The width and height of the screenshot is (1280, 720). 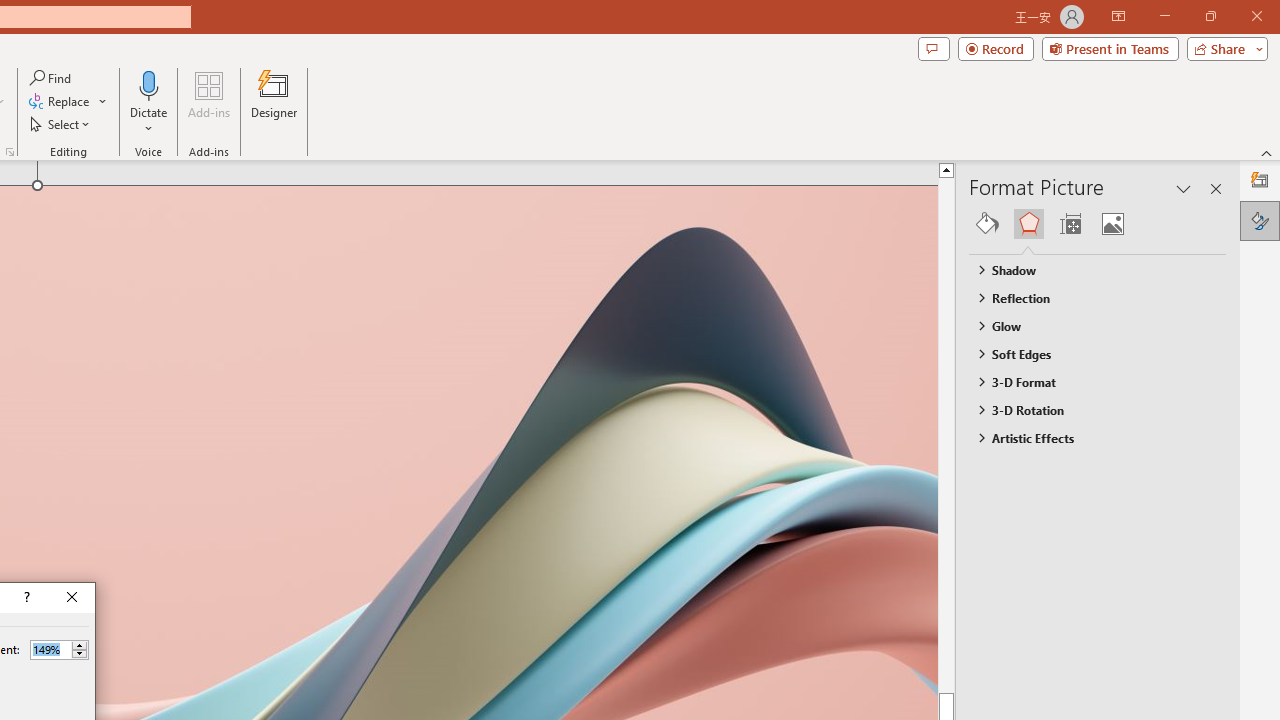 What do you see at coordinates (25, 596) in the screenshot?
I see `'Context help'` at bounding box center [25, 596].